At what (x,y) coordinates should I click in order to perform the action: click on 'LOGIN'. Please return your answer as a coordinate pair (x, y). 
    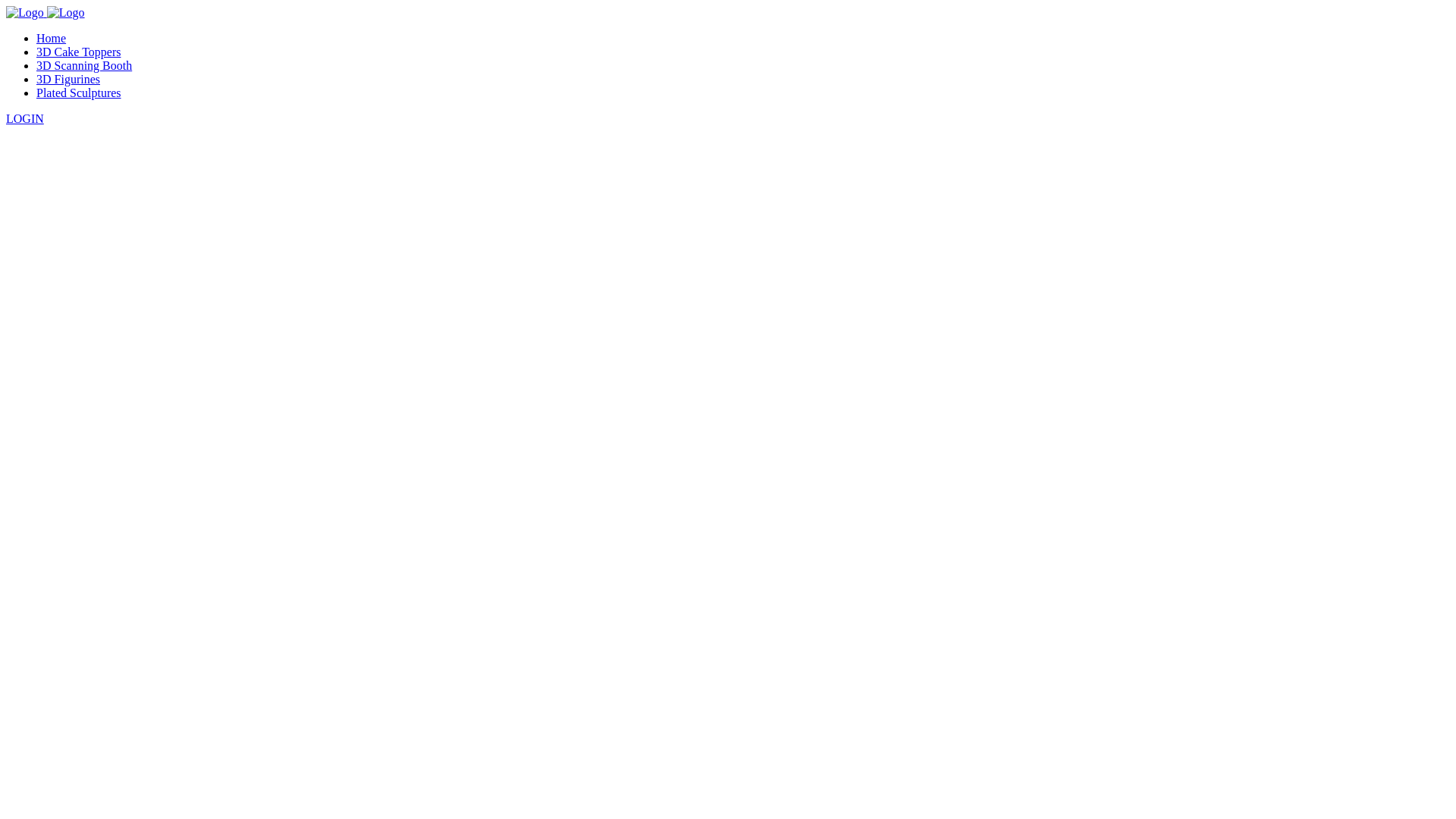
    Looking at the image, I should click on (25, 118).